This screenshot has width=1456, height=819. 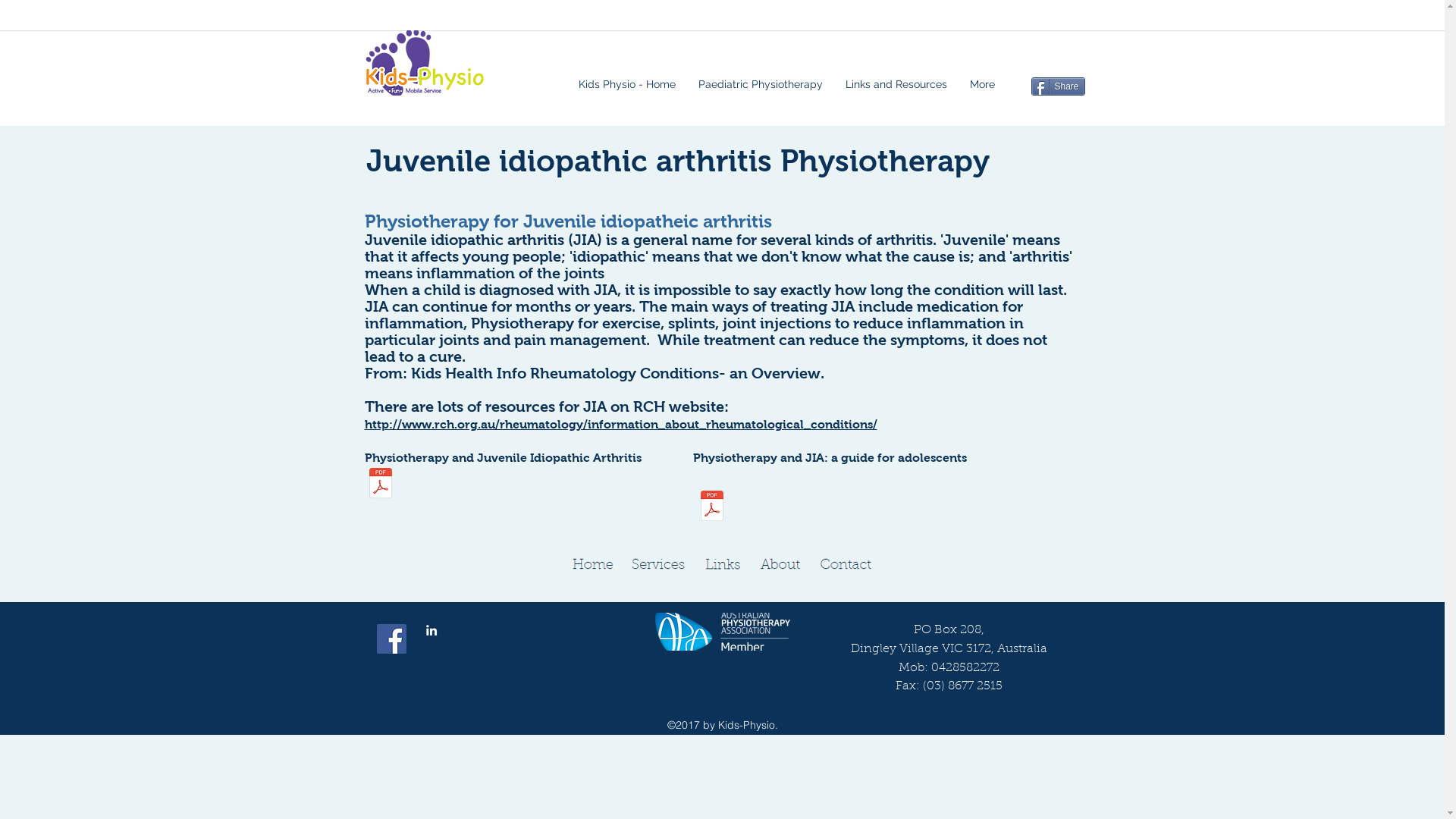 I want to click on 'Kids Physio - Home', so click(x=626, y=84).